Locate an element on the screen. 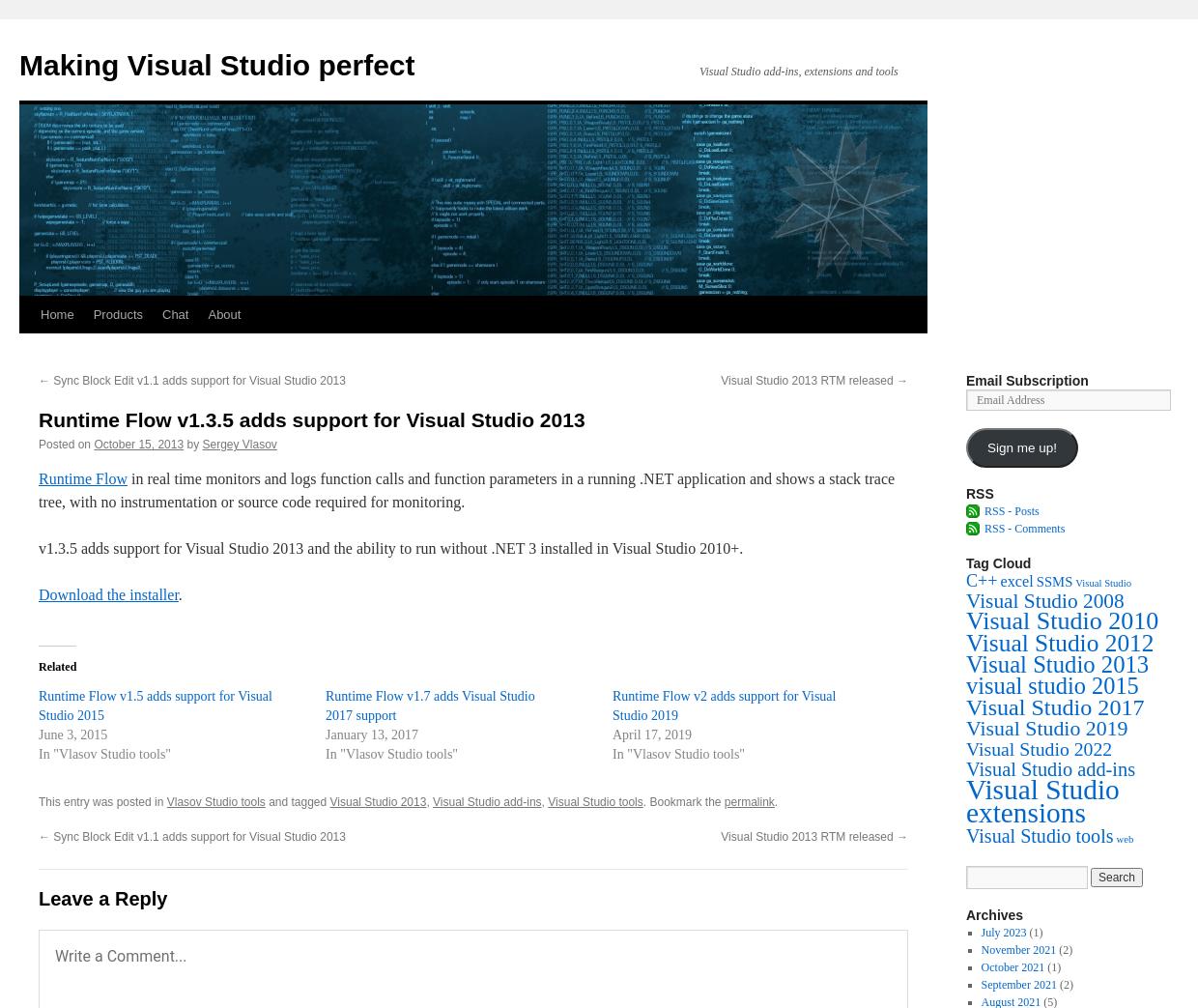 The image size is (1198, 1008). 'Runtime Flow v1.3.5 adds support for Visual Studio 2013' is located at coordinates (310, 419).